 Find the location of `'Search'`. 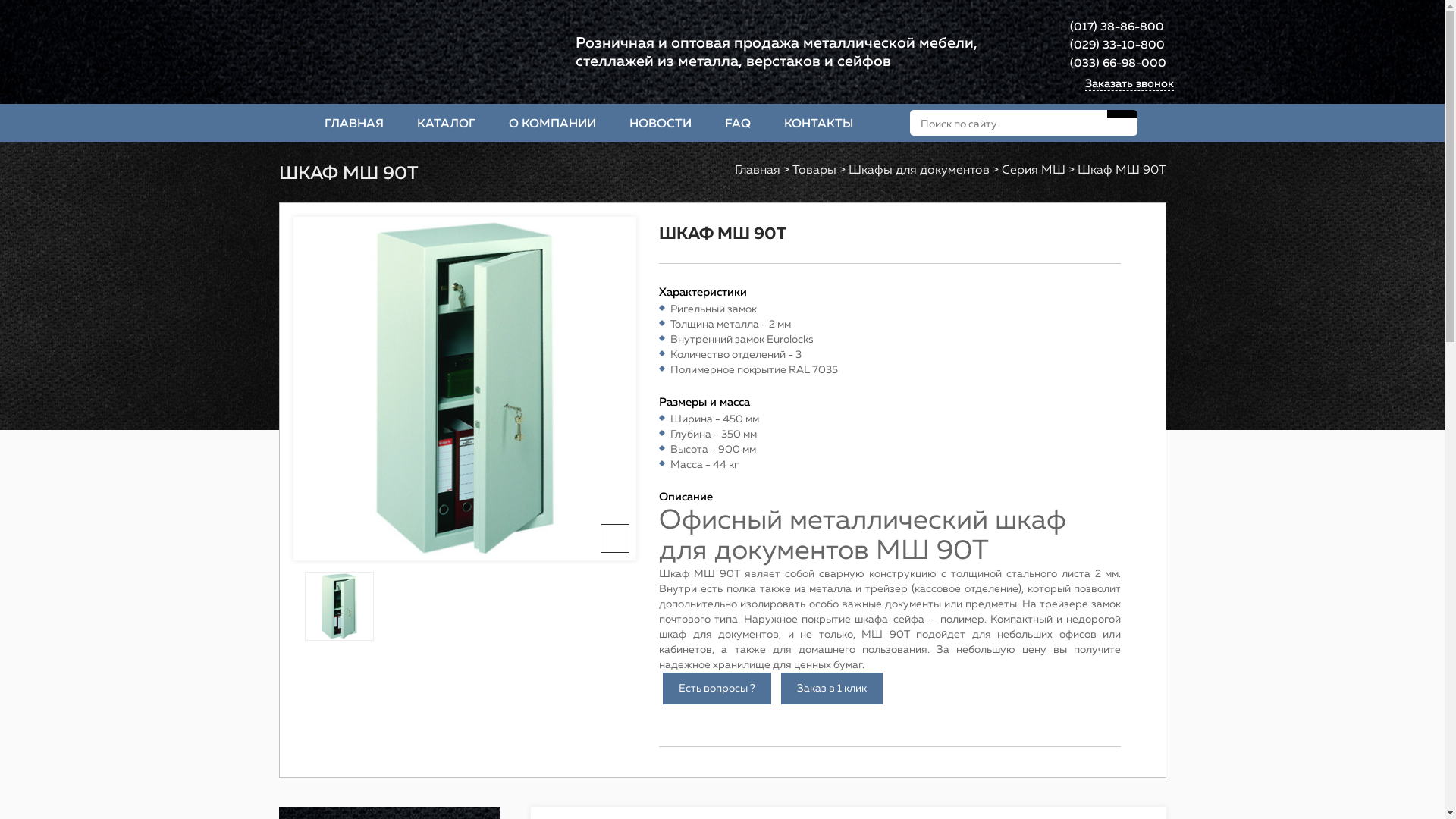

'Search' is located at coordinates (1122, 113).